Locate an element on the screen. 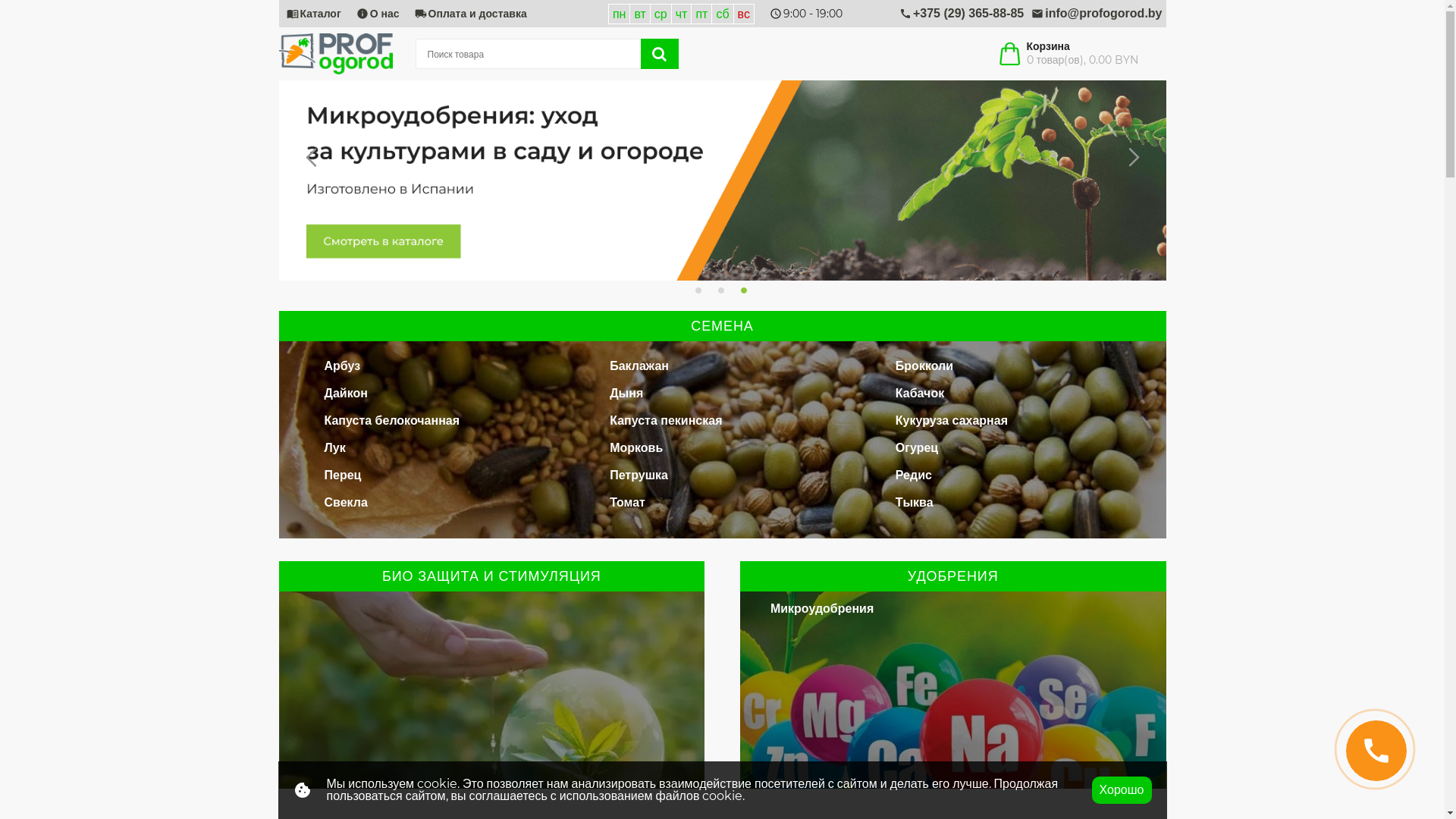  'Next' is located at coordinates (1124, 157).